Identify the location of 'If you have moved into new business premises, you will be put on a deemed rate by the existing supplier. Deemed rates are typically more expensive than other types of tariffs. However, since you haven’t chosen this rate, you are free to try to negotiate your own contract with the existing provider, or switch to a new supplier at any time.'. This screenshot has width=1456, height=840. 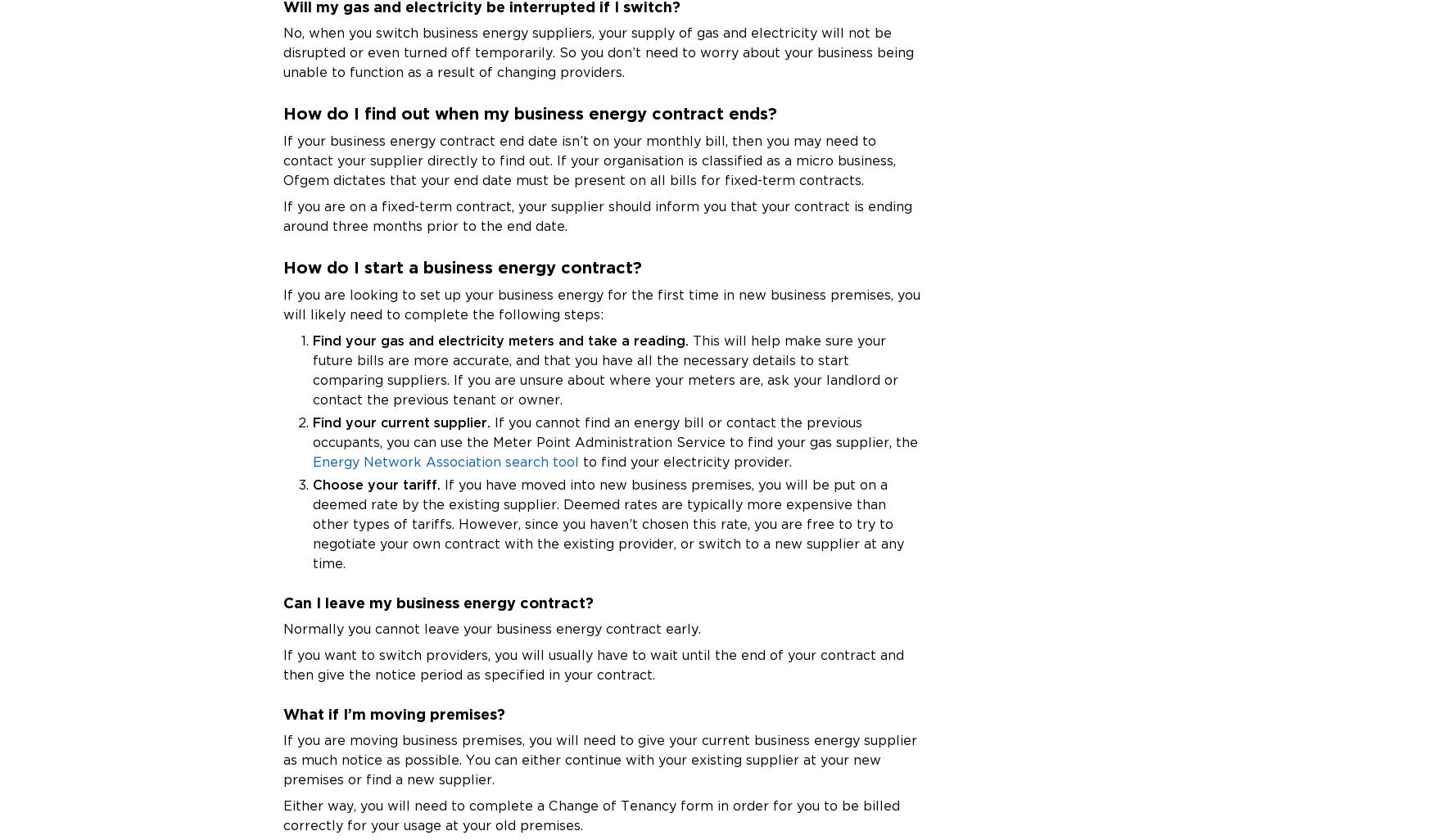
(608, 523).